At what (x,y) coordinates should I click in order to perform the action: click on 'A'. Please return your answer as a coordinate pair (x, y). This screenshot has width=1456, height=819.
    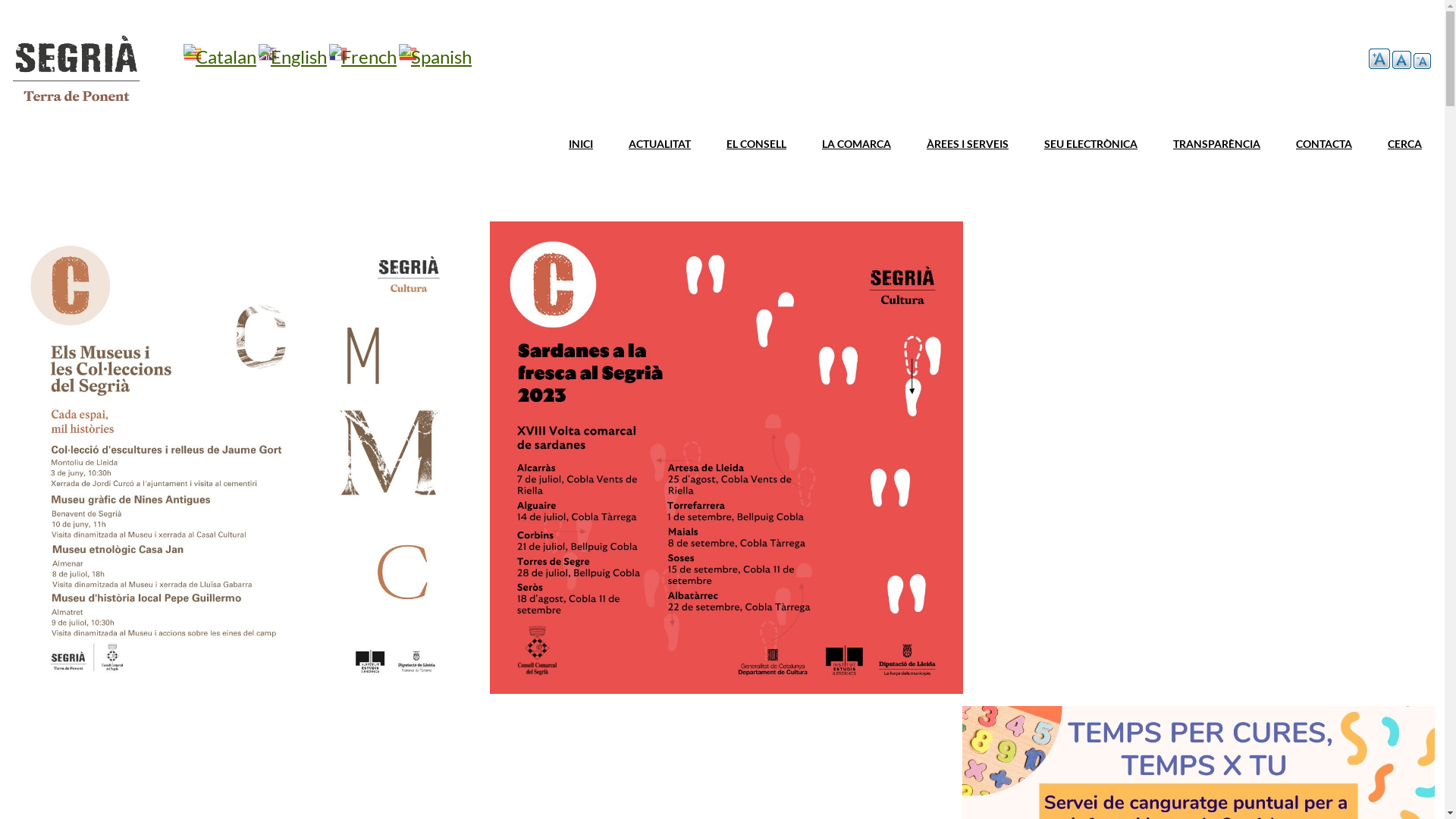
    Looking at the image, I should click on (1401, 58).